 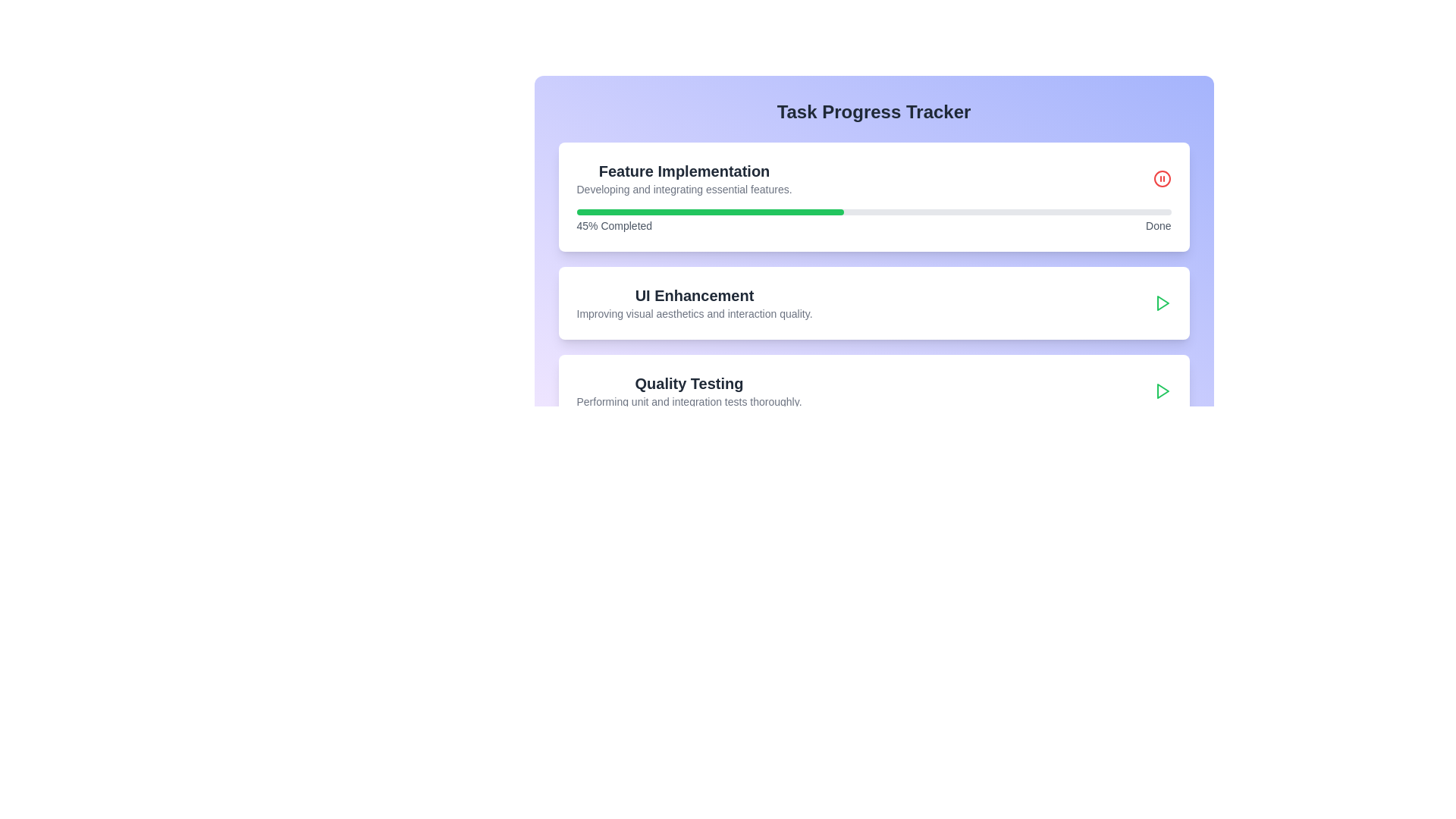 I want to click on the text element reading 'UI Enhancement', which is styled in a large, bold sans-serif font and is dark gray in color, positioned between the 'Feature Implementation' and 'Quality Testing' sections, so click(x=694, y=295).